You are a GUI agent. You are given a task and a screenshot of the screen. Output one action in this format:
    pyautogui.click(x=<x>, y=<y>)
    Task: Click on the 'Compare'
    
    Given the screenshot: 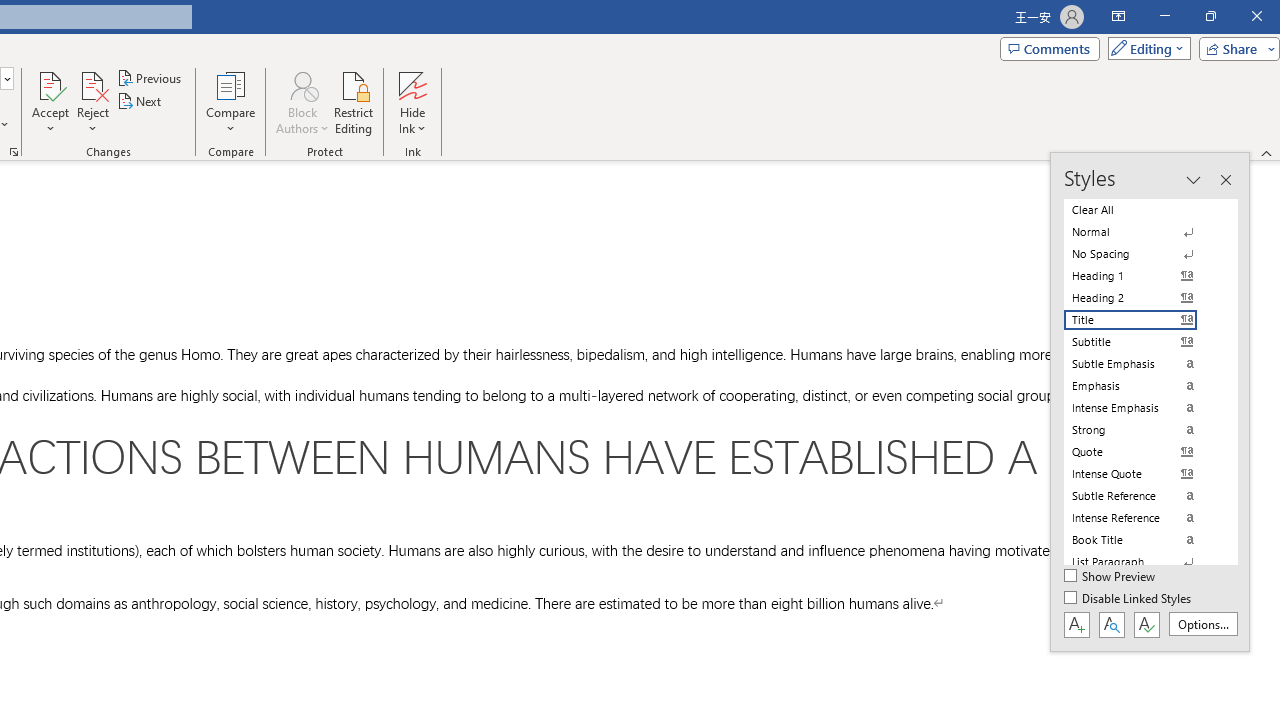 What is the action you would take?
    pyautogui.click(x=231, y=103)
    